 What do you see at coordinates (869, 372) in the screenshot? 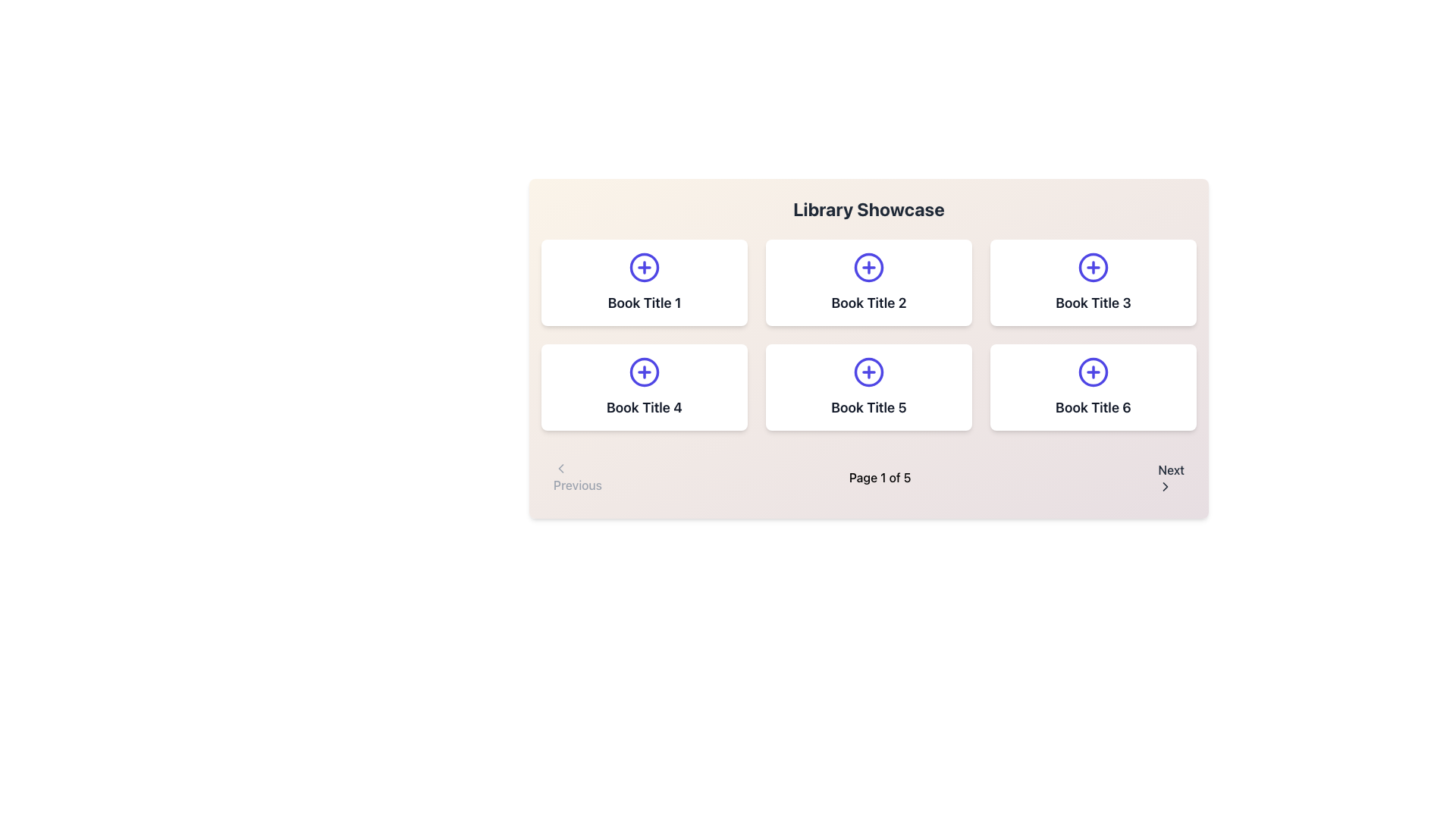
I see `the icon in the second row and second column of the grid that corresponds to 'Book Title 5'` at bounding box center [869, 372].